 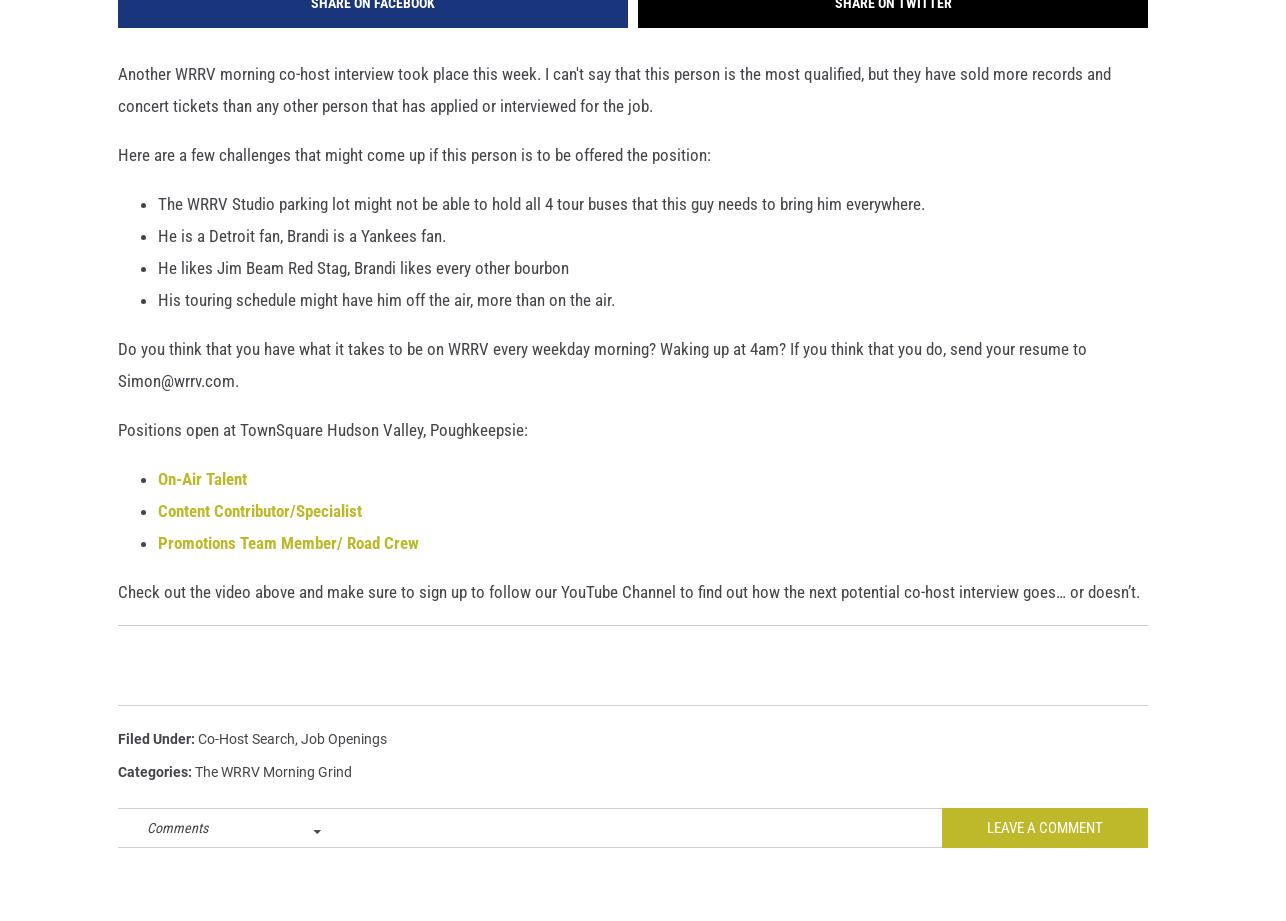 I want to click on 'He is a Detroit fan, Brandi is a Yankees fan.', so click(x=301, y=267).